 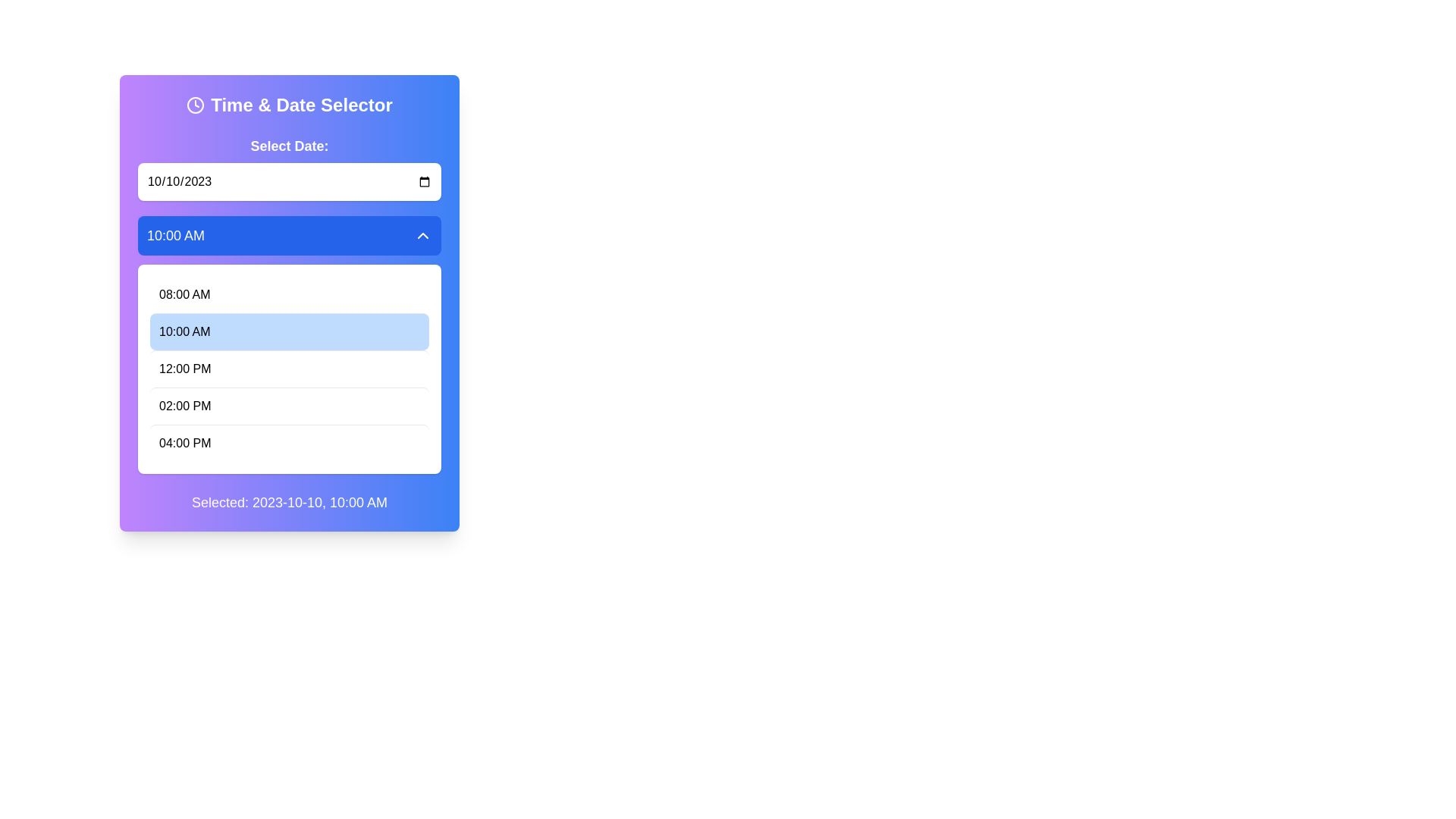 What do you see at coordinates (290, 345) in the screenshot?
I see `the time option in the dropdown menu located between '08:00 AM' and '12:00 PM'` at bounding box center [290, 345].